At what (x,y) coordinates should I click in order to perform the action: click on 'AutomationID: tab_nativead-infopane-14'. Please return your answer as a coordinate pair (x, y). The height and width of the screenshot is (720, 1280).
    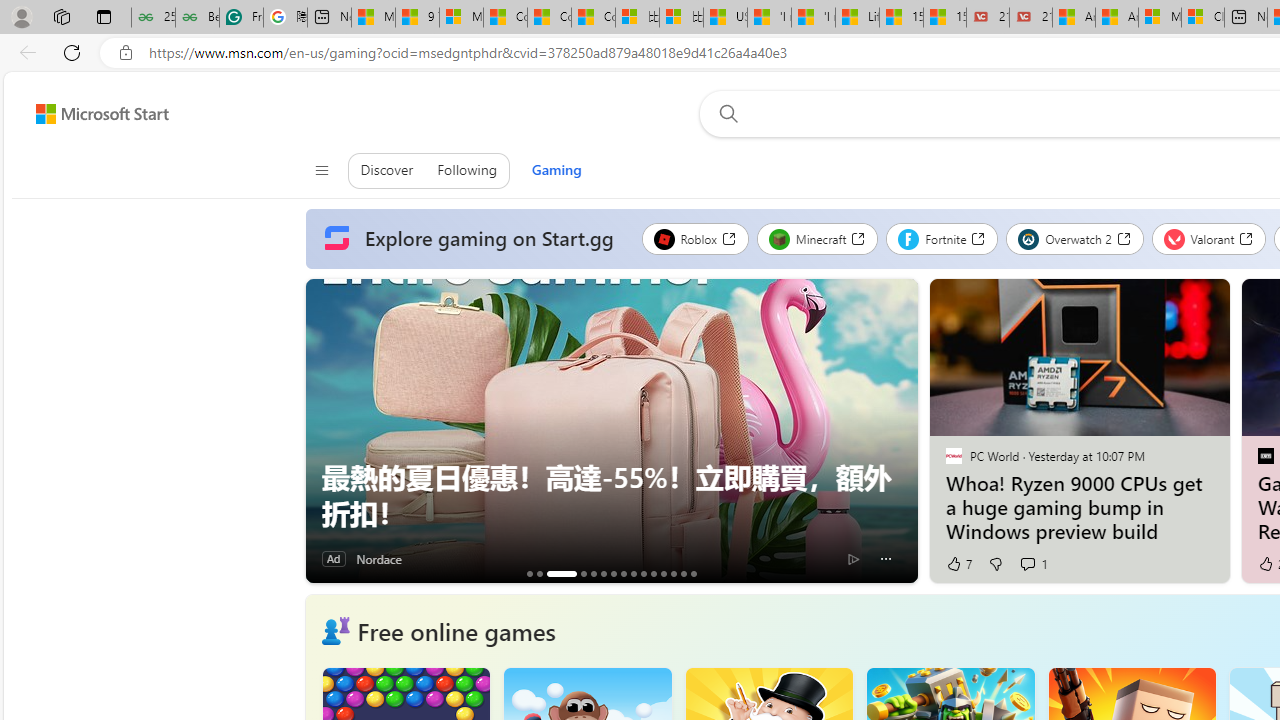
    Looking at the image, I should click on (683, 573).